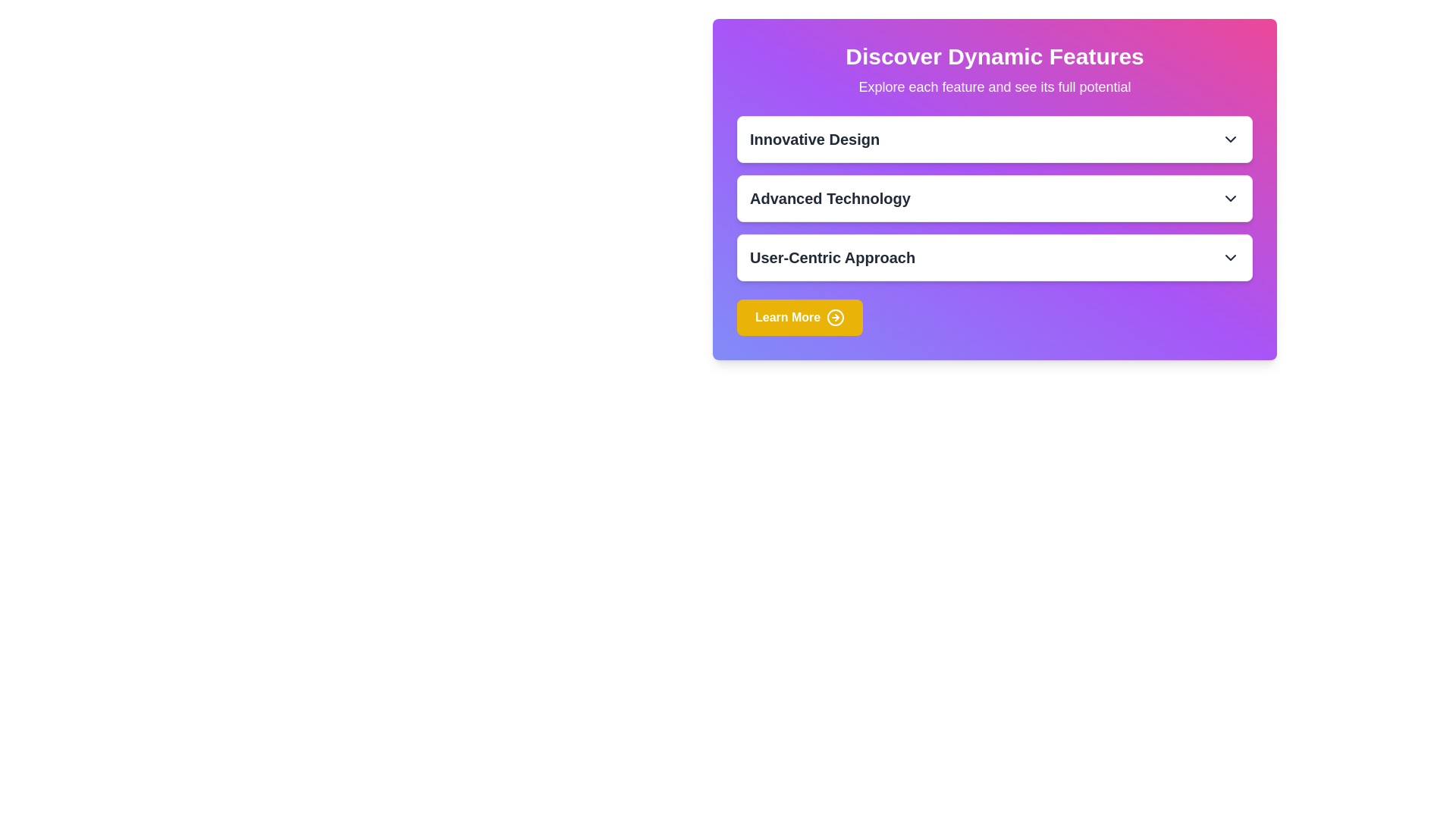 The image size is (1456, 819). I want to click on the Dropdown toggle, so click(994, 140).